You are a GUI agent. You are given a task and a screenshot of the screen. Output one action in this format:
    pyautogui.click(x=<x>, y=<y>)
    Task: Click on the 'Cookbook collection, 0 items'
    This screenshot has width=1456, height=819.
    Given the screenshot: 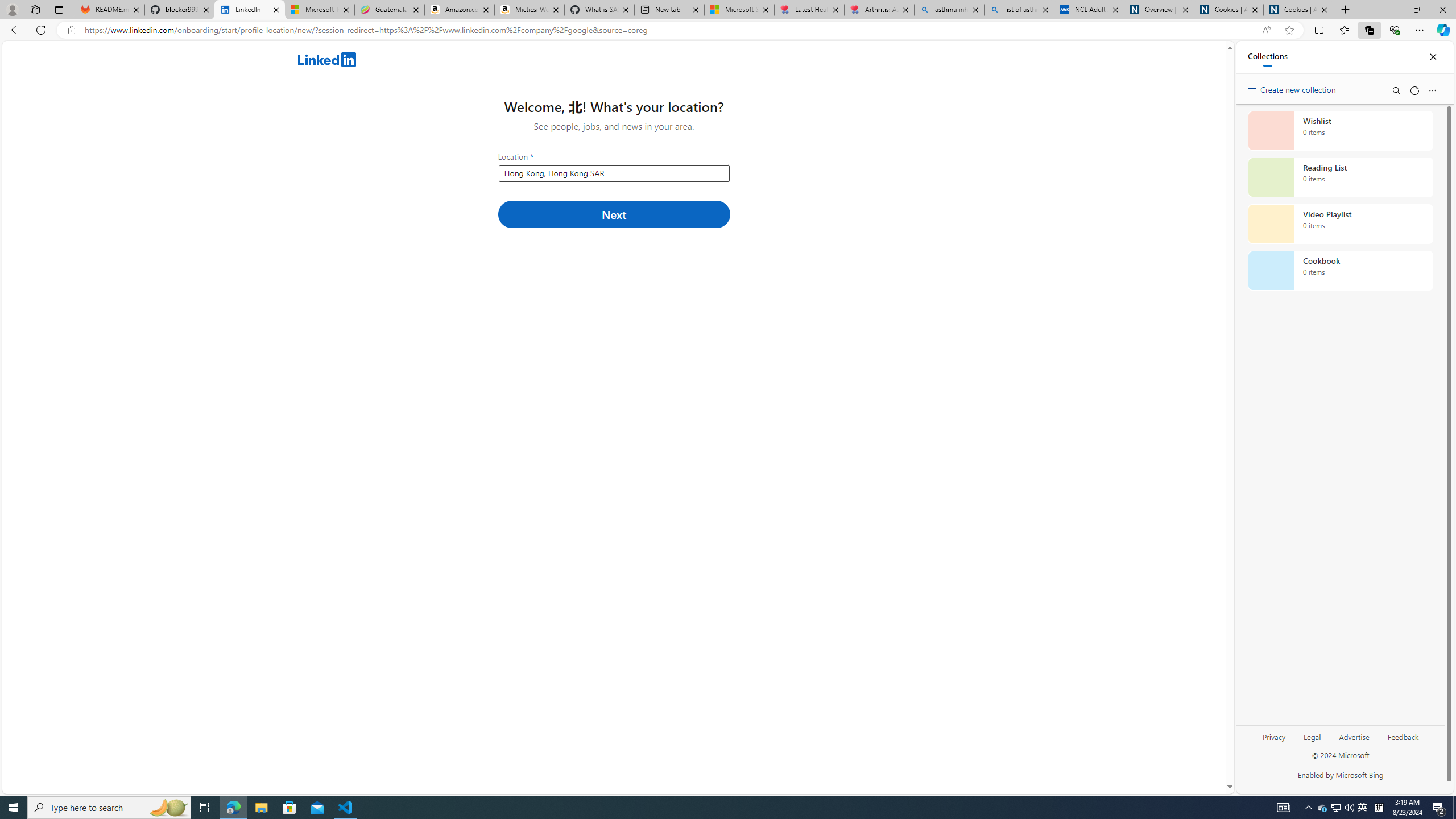 What is the action you would take?
    pyautogui.click(x=1340, y=270)
    